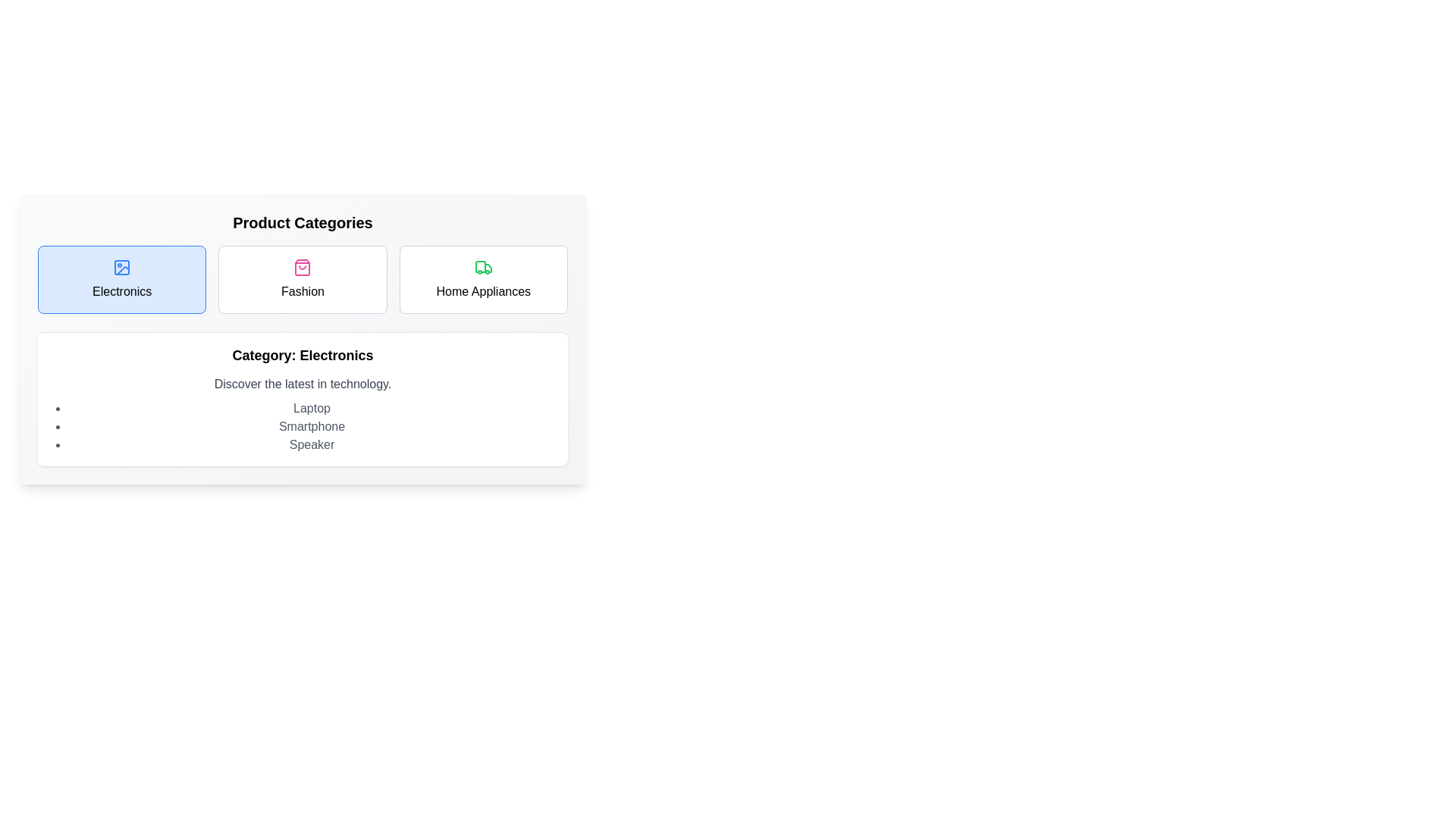 This screenshot has width=1456, height=819. What do you see at coordinates (122, 280) in the screenshot?
I see `the 'Electronics' button, which is a rectangular box with rounded corners, featuring a blue icon and the text 'Electronics' below it` at bounding box center [122, 280].